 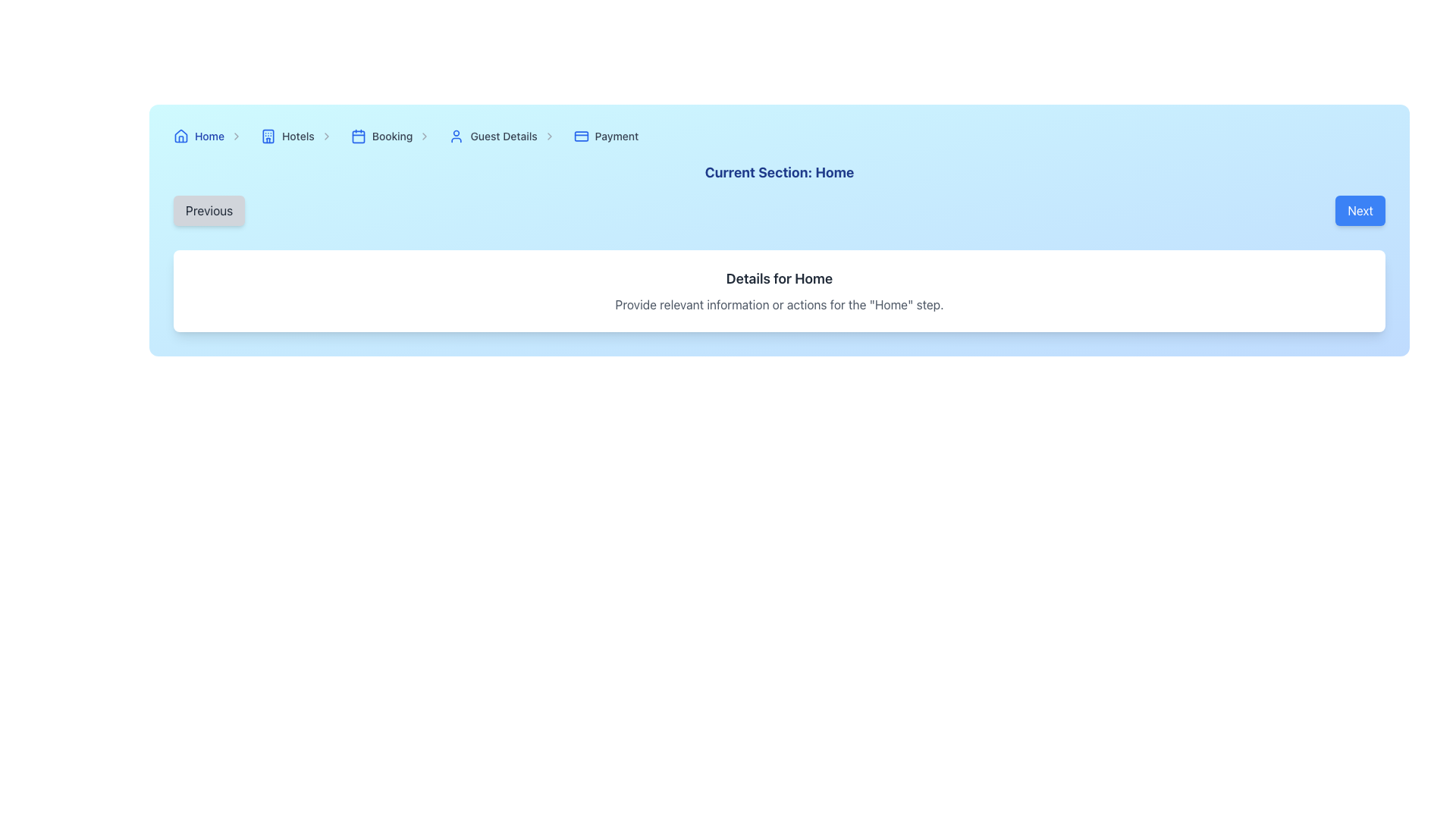 I want to click on the hotel icon, which is a blue silhouette of a building located near the 'Hotels' label in the top bar navigation section, so click(x=268, y=136).